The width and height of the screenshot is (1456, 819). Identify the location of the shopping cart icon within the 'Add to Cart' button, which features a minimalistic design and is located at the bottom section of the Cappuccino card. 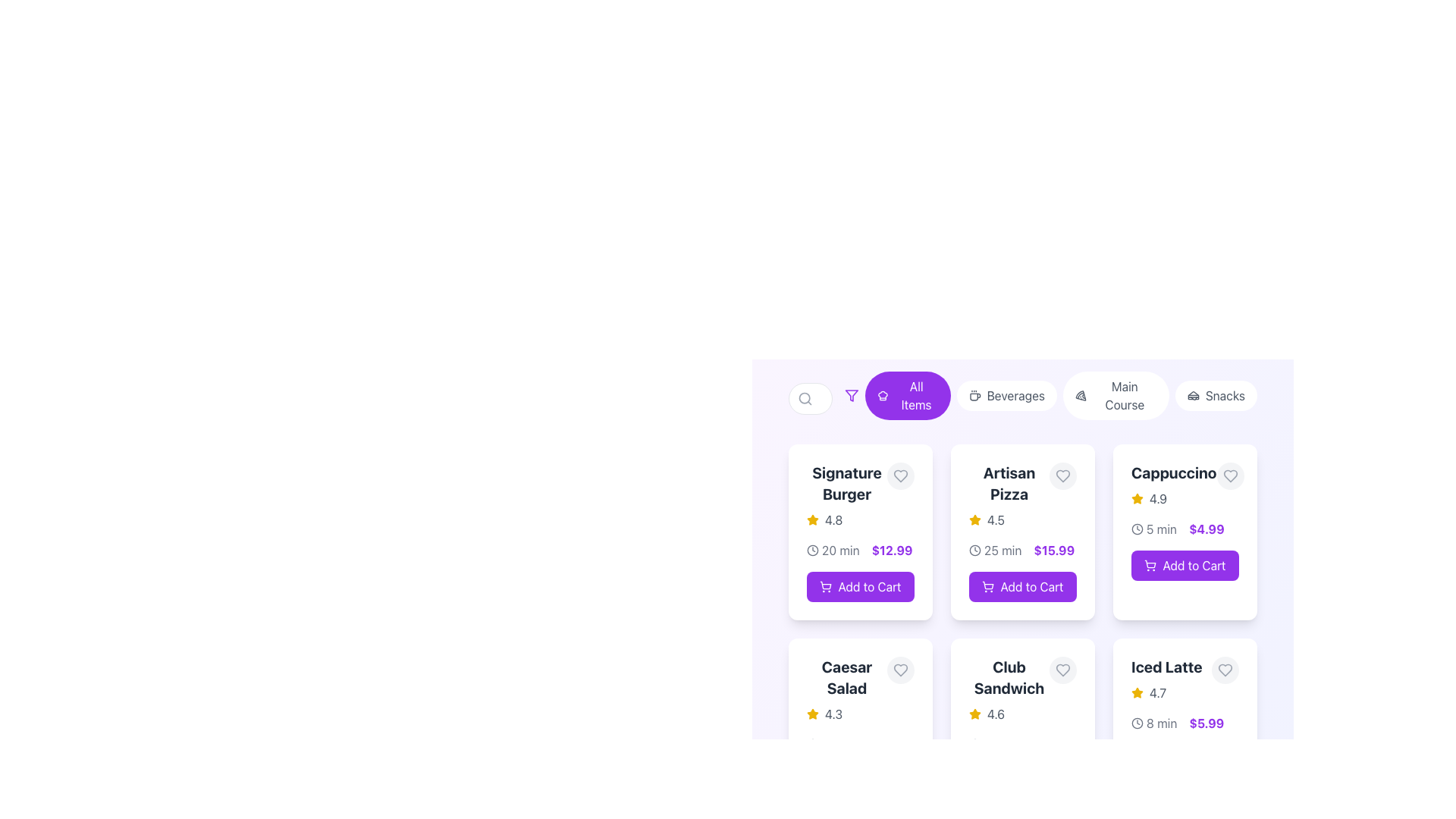
(1150, 565).